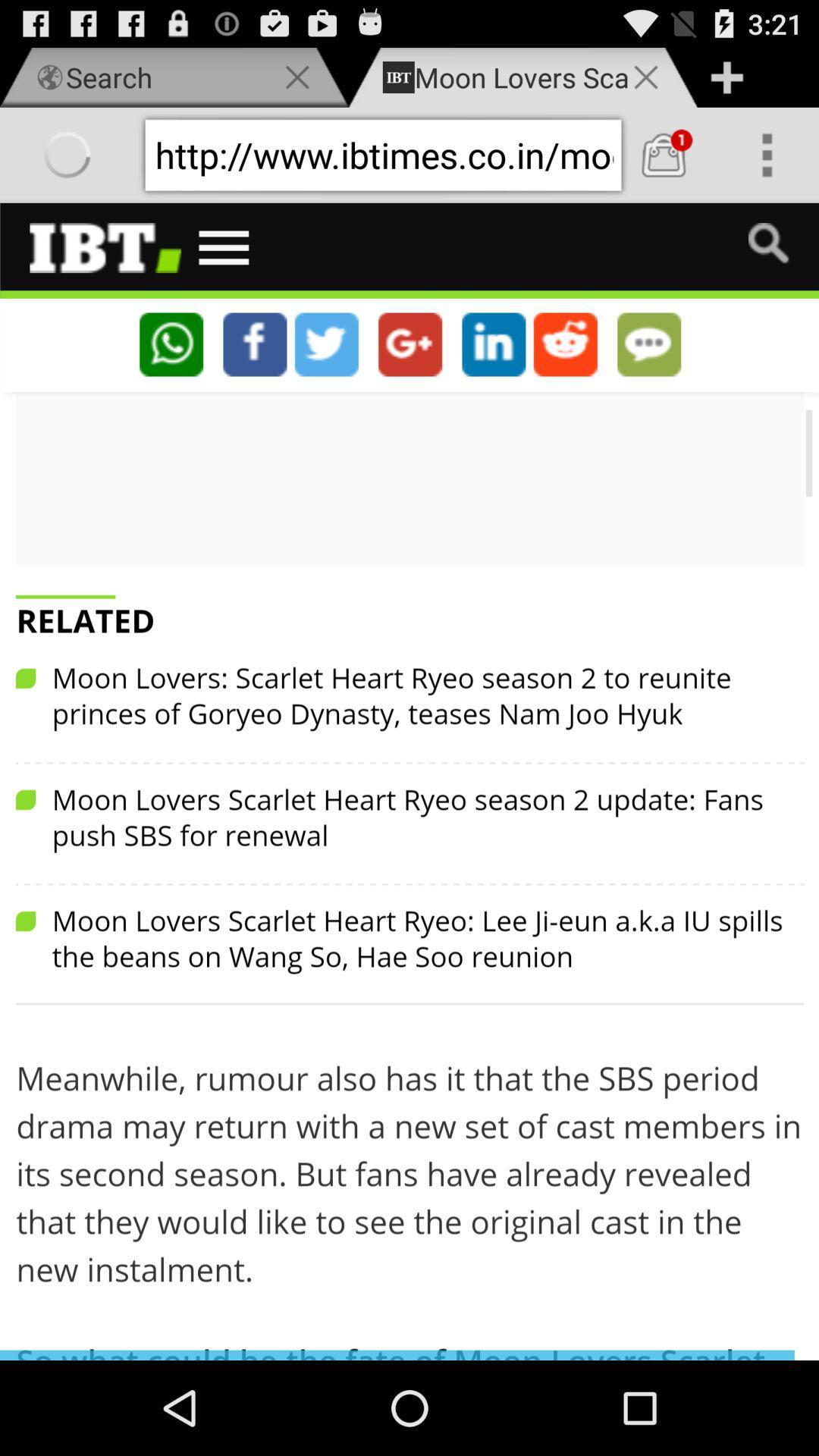 This screenshot has height=1456, width=819. Describe the element at coordinates (726, 77) in the screenshot. I see `button` at that location.